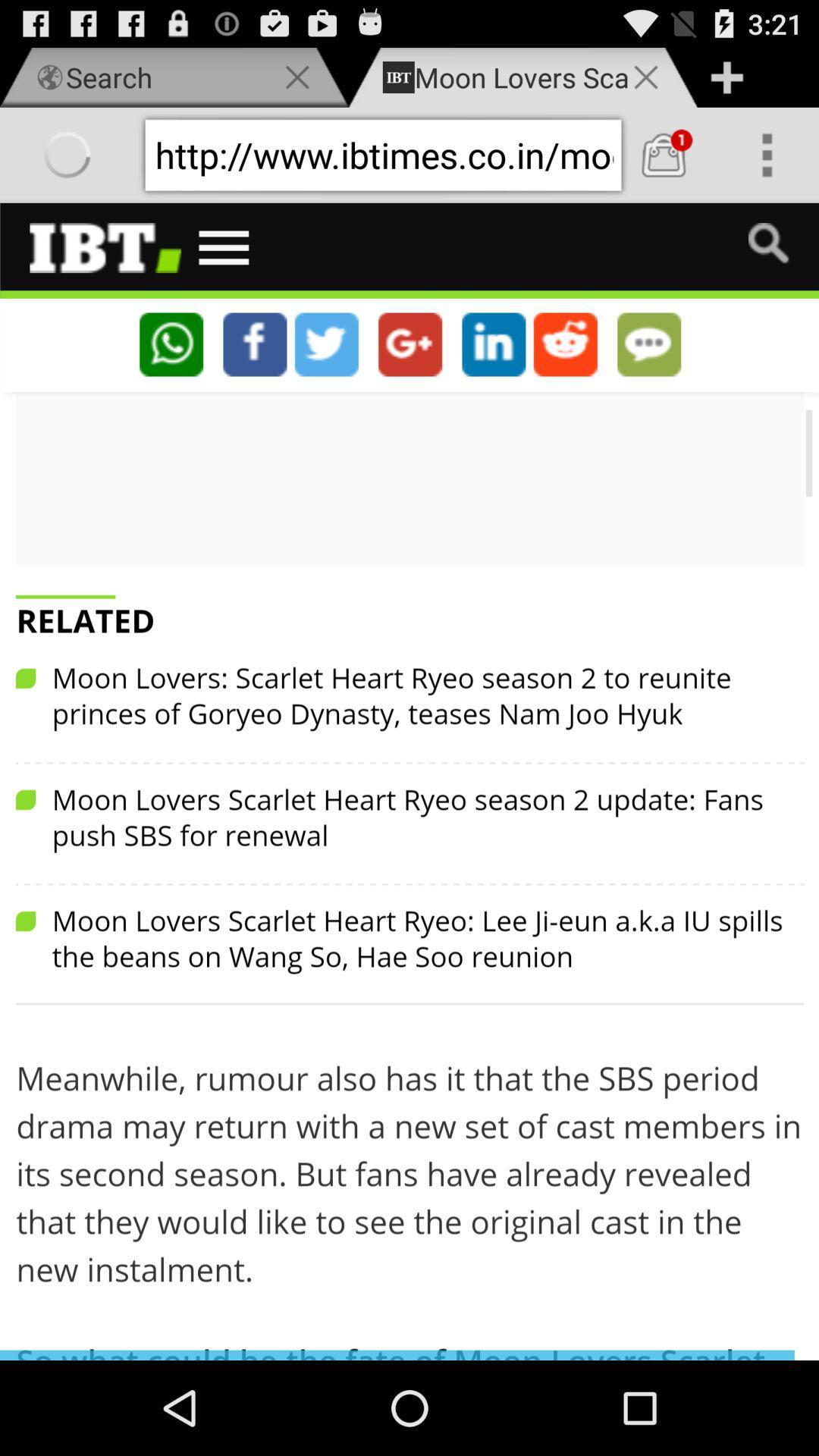 This screenshot has height=1456, width=819. Describe the element at coordinates (726, 77) in the screenshot. I see `button` at that location.